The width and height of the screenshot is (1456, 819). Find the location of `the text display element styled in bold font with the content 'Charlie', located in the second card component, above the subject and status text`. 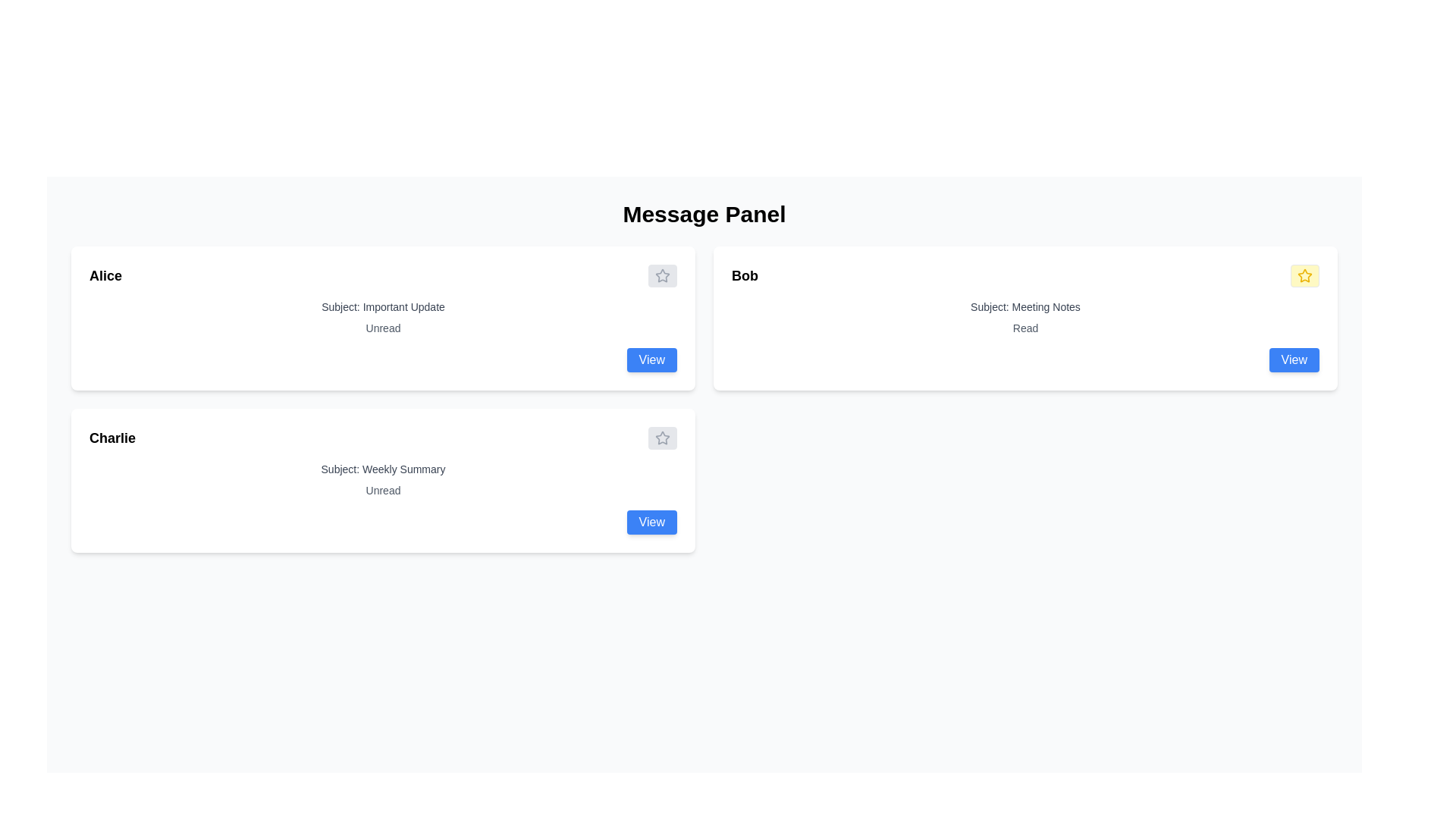

the text display element styled in bold font with the content 'Charlie', located in the second card component, above the subject and status text is located at coordinates (111, 438).